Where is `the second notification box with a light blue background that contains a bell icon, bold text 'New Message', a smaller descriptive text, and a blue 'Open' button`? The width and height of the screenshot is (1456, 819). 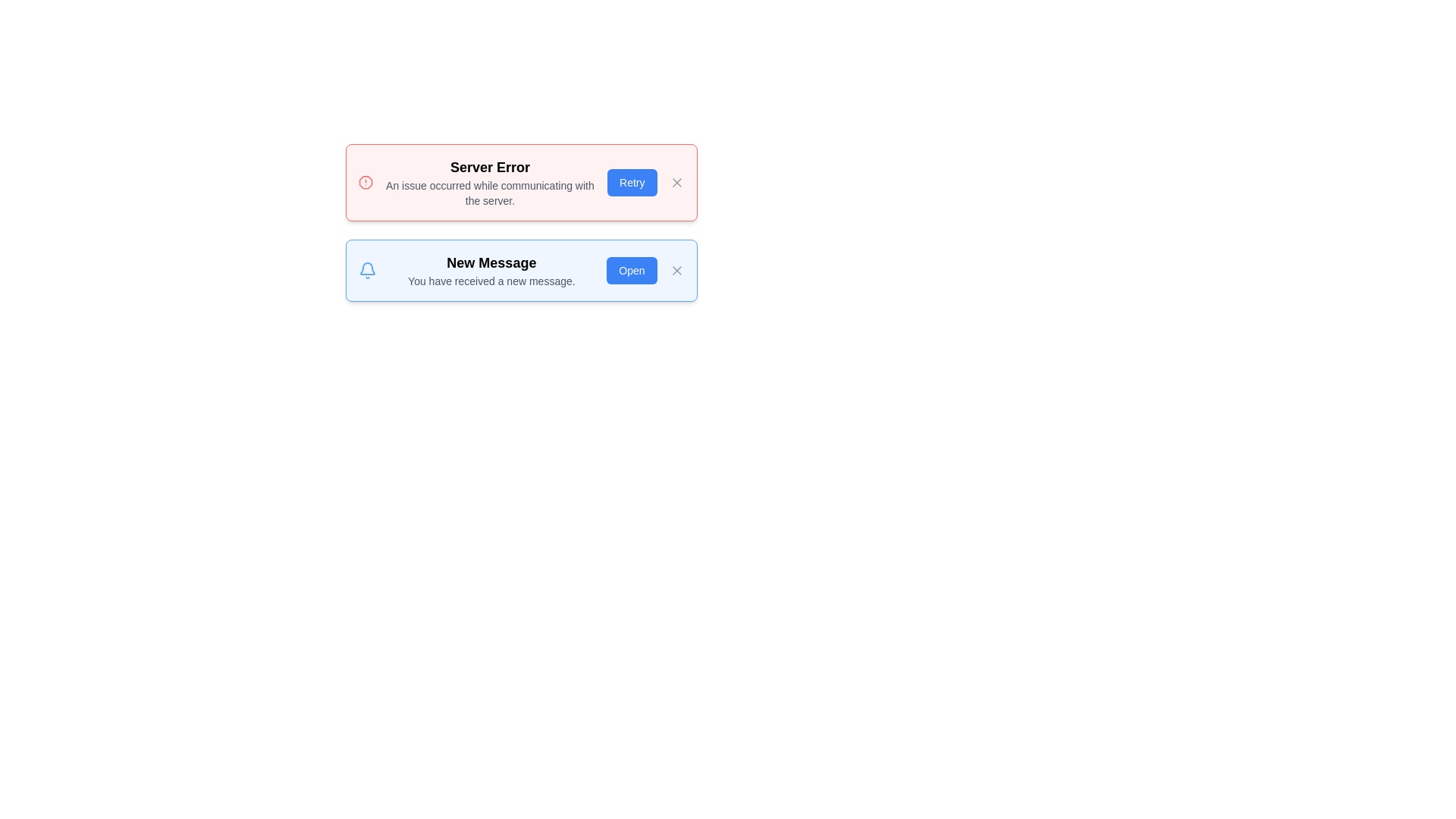
the second notification box with a light blue background that contains a bell icon, bold text 'New Message', a smaller descriptive text, and a blue 'Open' button is located at coordinates (521, 270).